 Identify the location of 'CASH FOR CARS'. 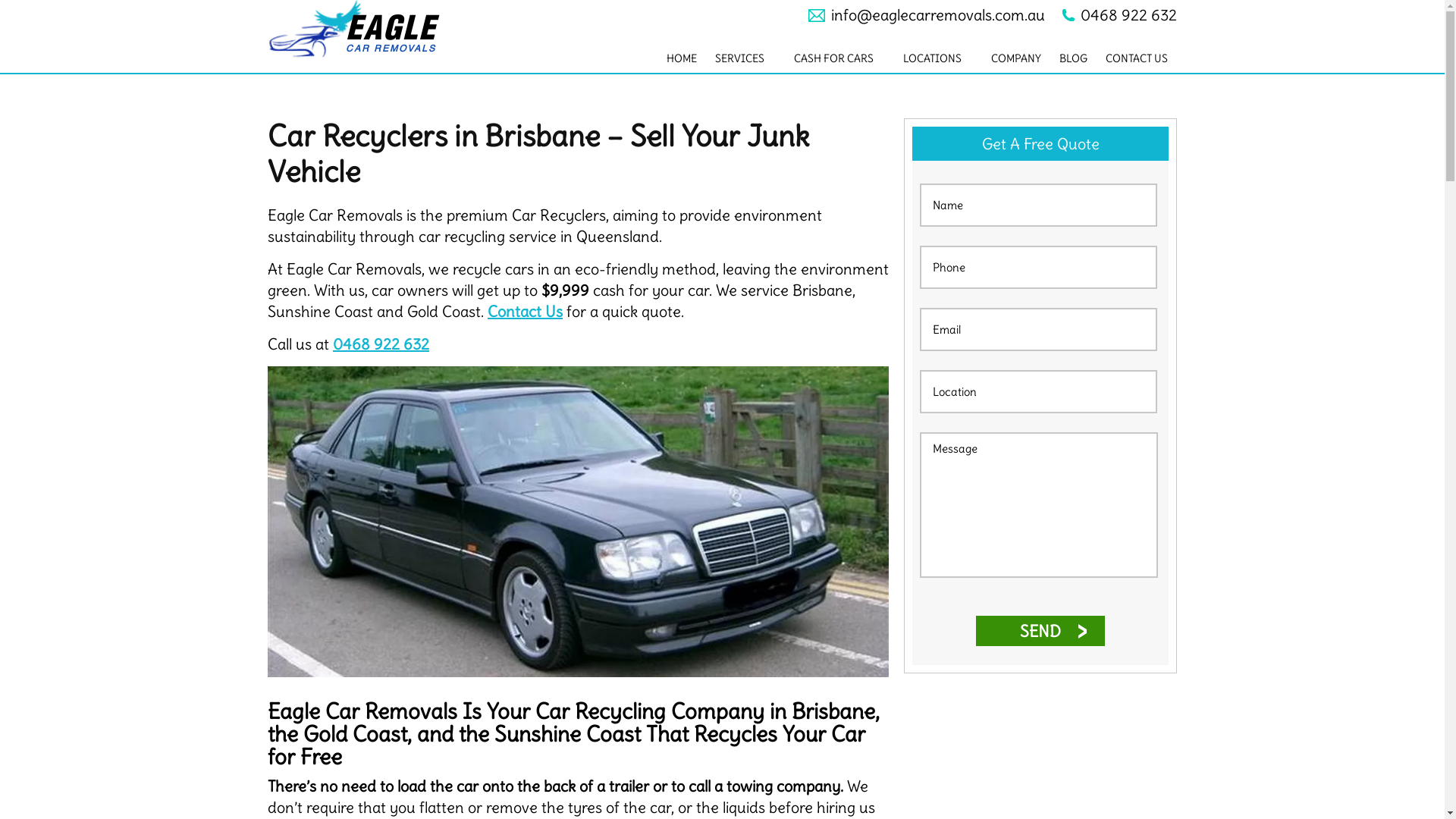
(839, 58).